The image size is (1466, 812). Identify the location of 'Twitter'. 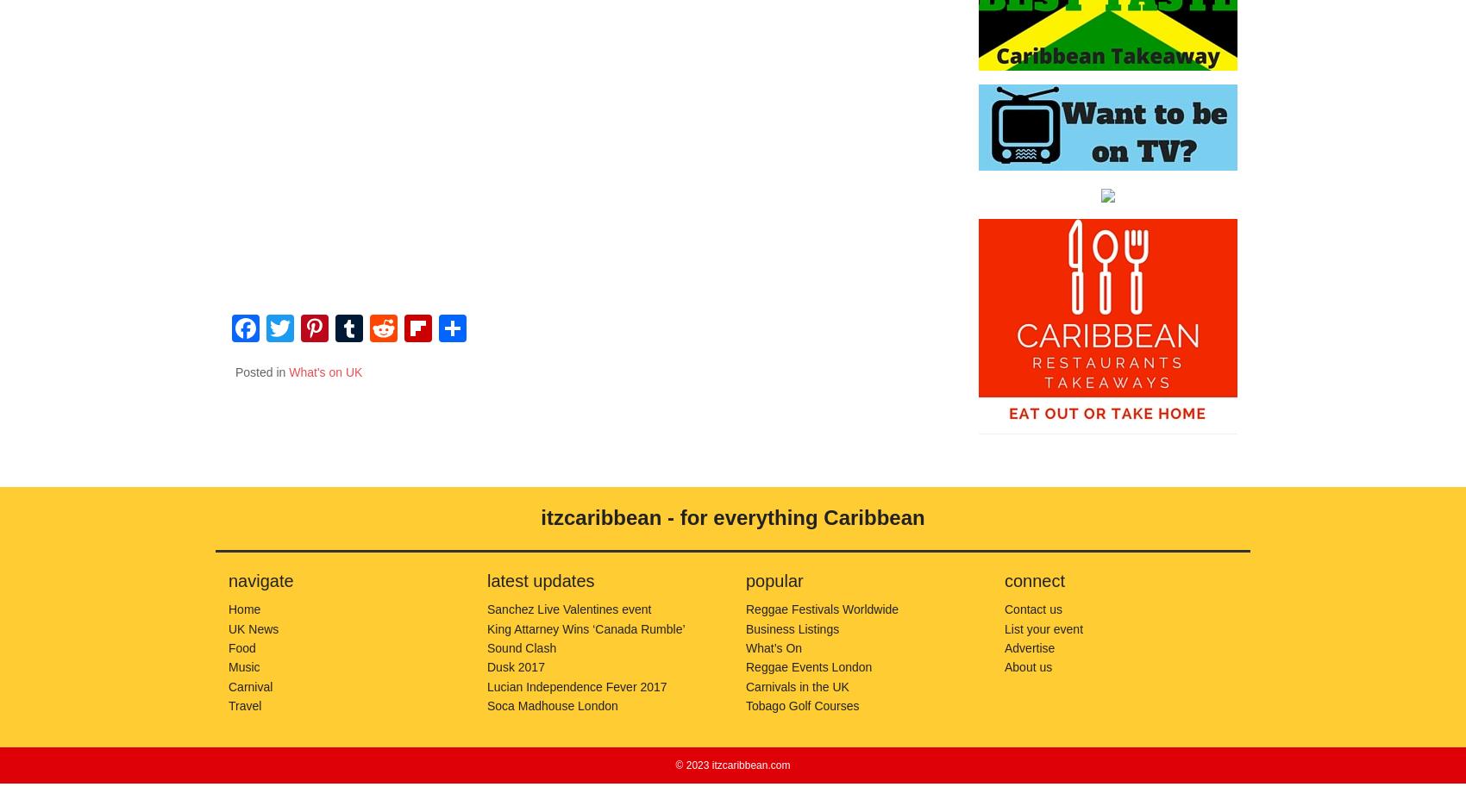
(293, 368).